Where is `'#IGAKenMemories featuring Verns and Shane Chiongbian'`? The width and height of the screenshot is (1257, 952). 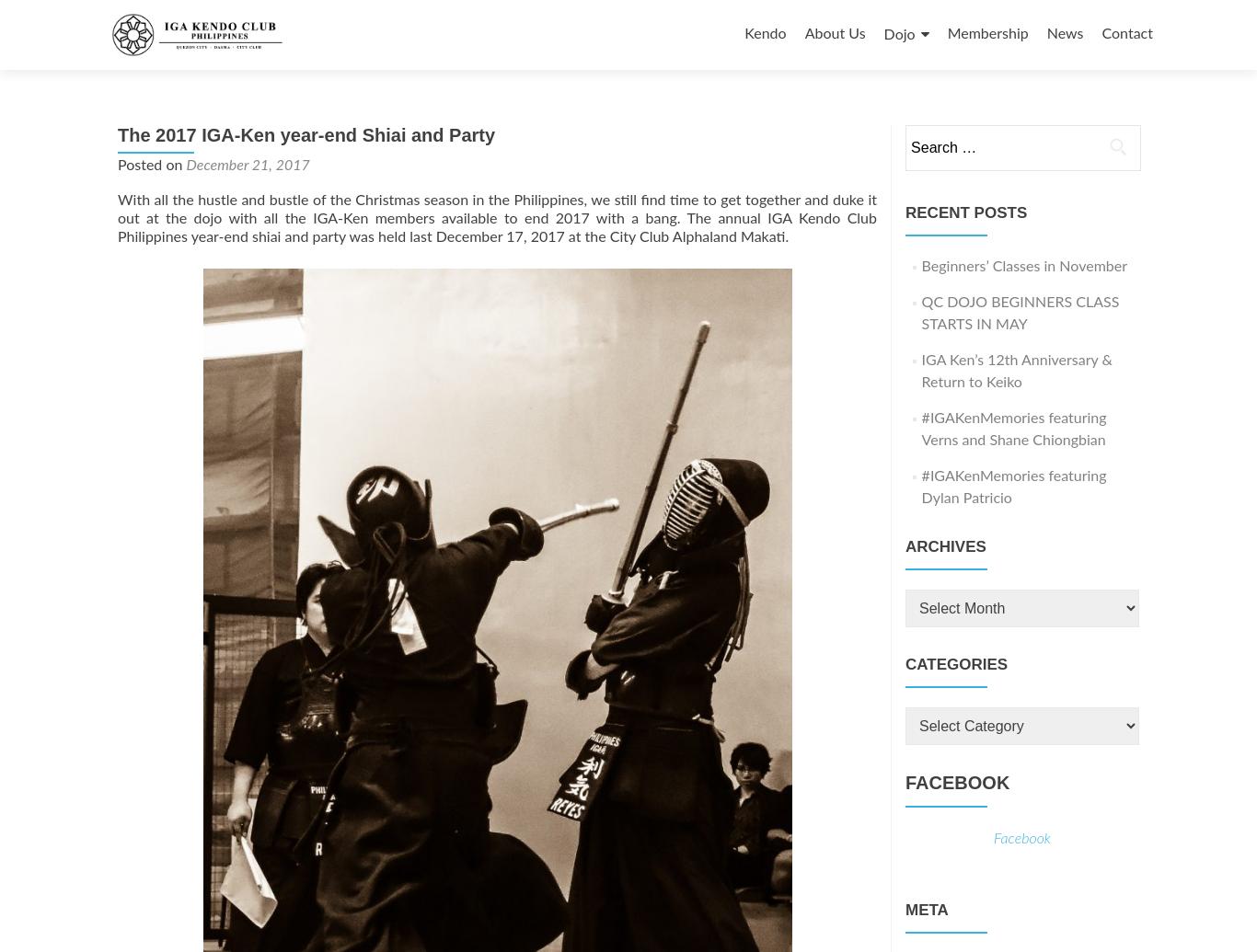
'#IGAKenMemories featuring Verns and Shane Chiongbian' is located at coordinates (1012, 429).